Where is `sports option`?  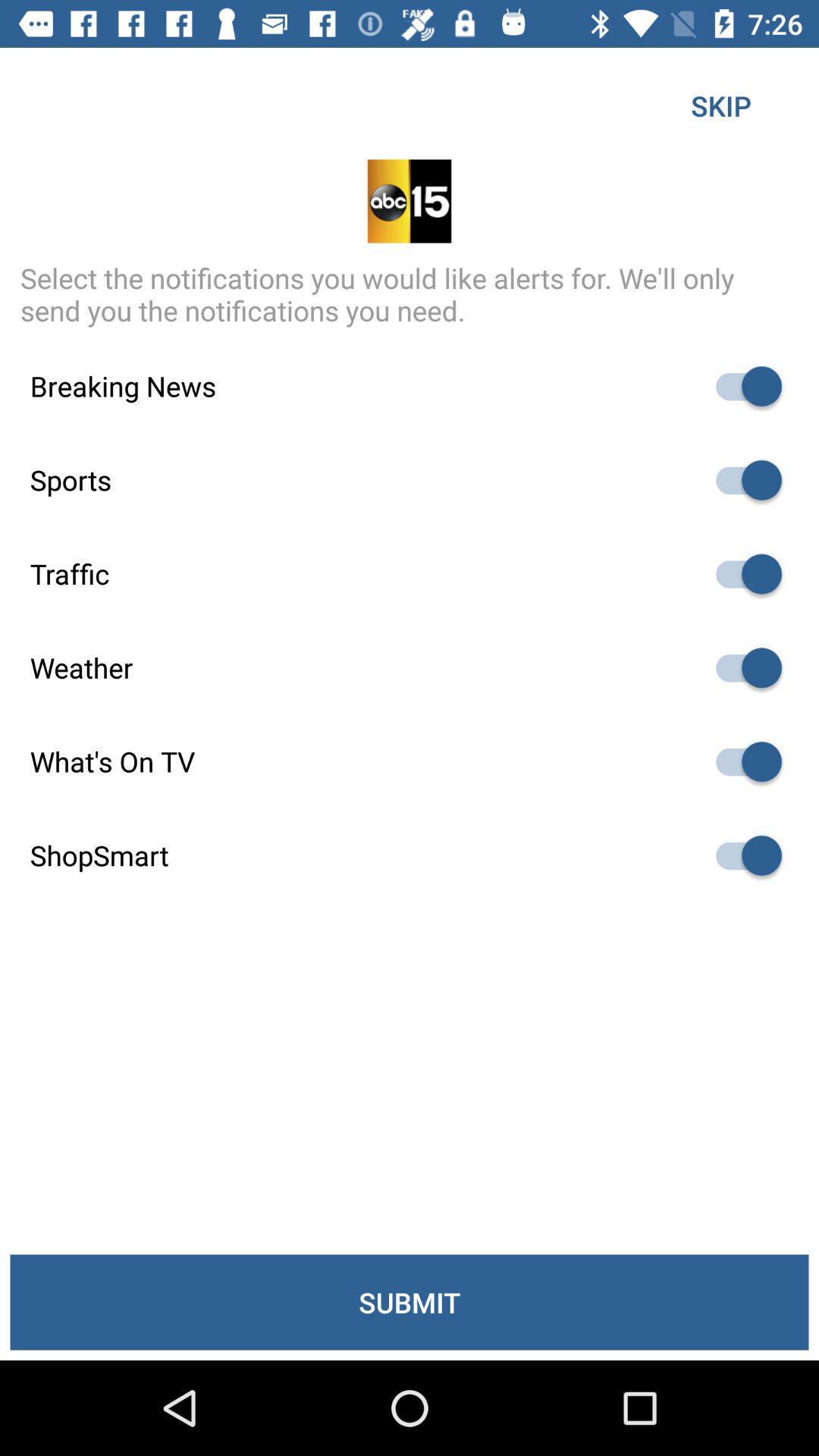
sports option is located at coordinates (741, 479).